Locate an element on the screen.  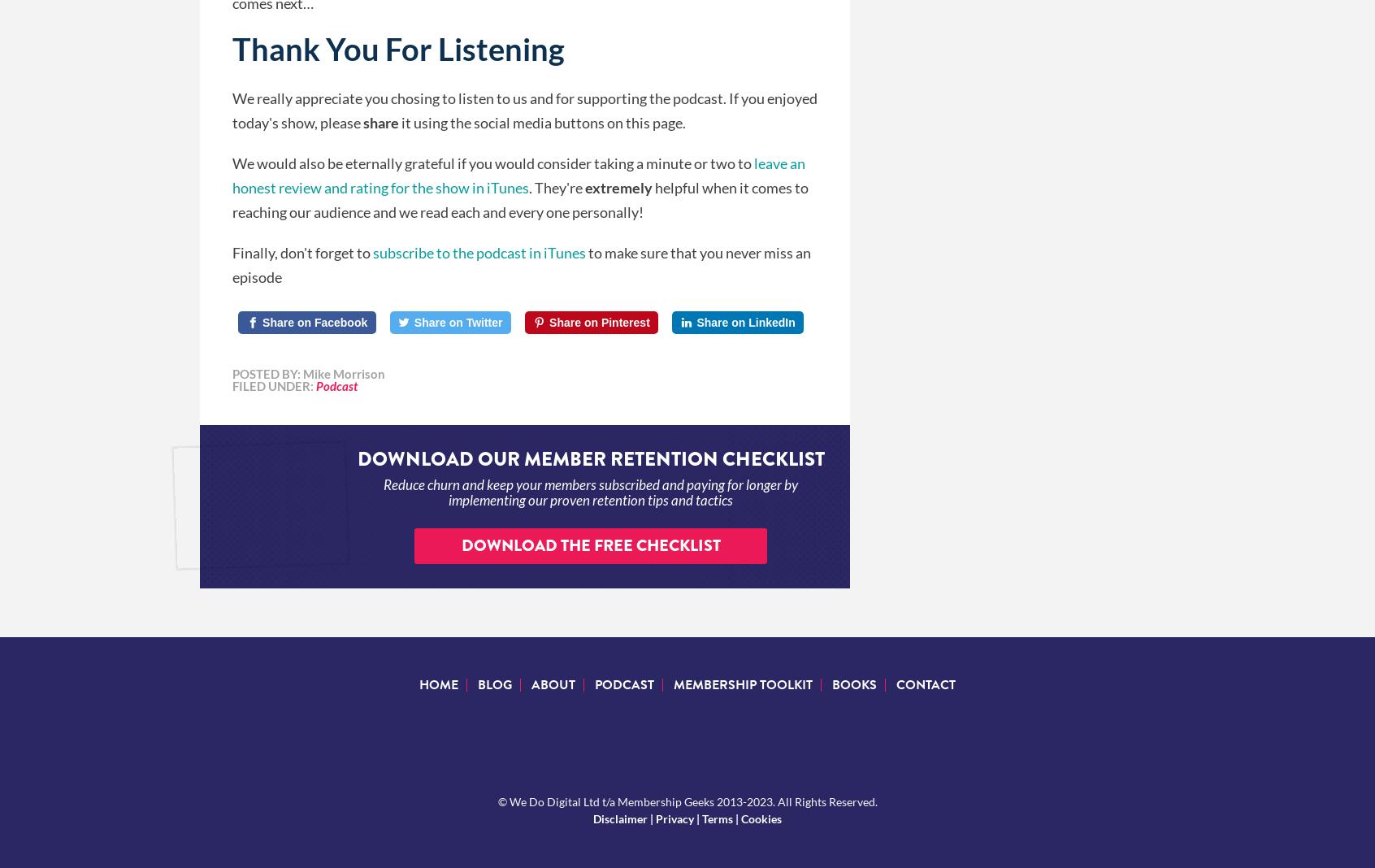
'Share on LinkedIn' is located at coordinates (695, 321).